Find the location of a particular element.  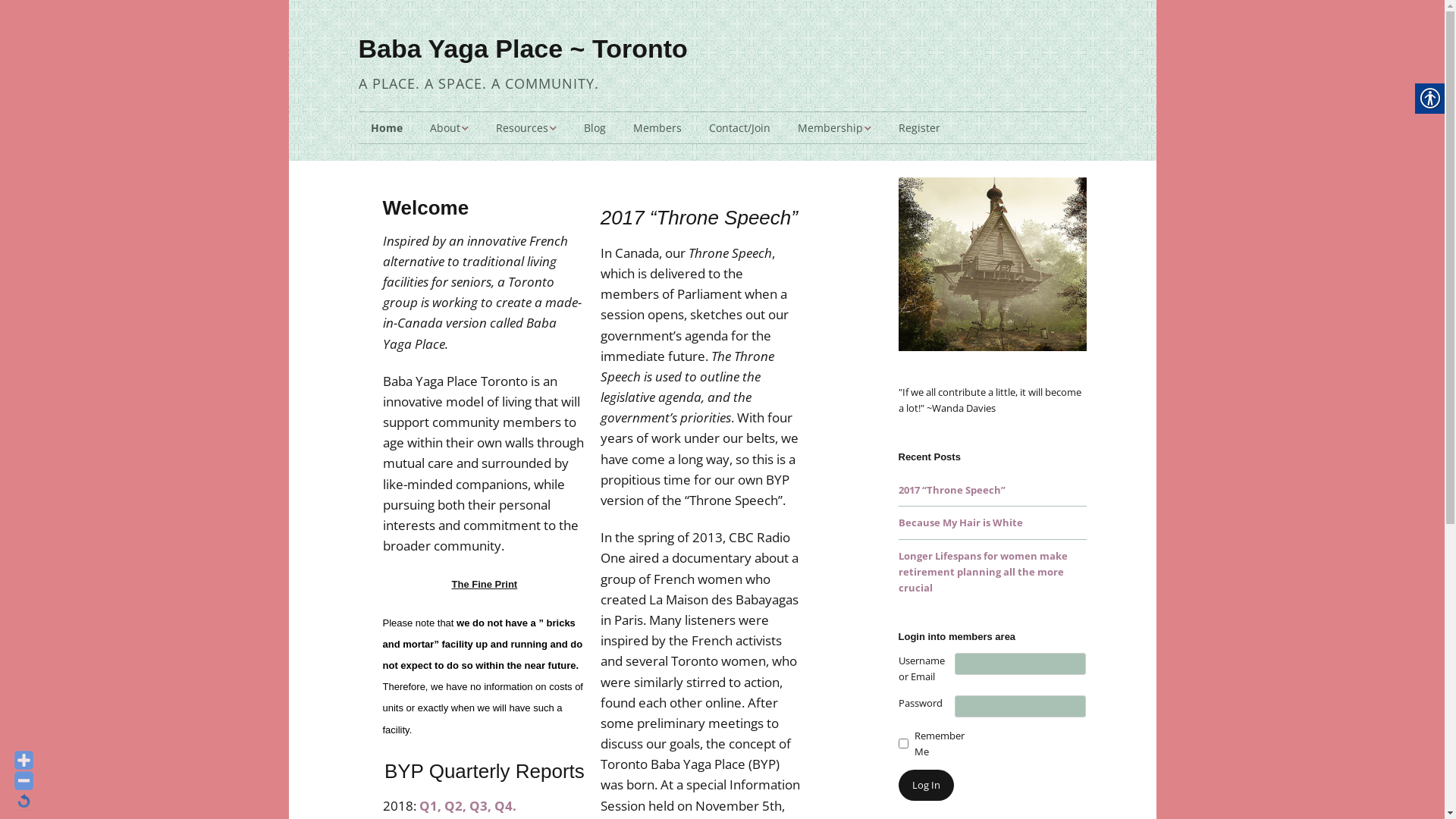

'Decrease font size' is located at coordinates (24, 780).